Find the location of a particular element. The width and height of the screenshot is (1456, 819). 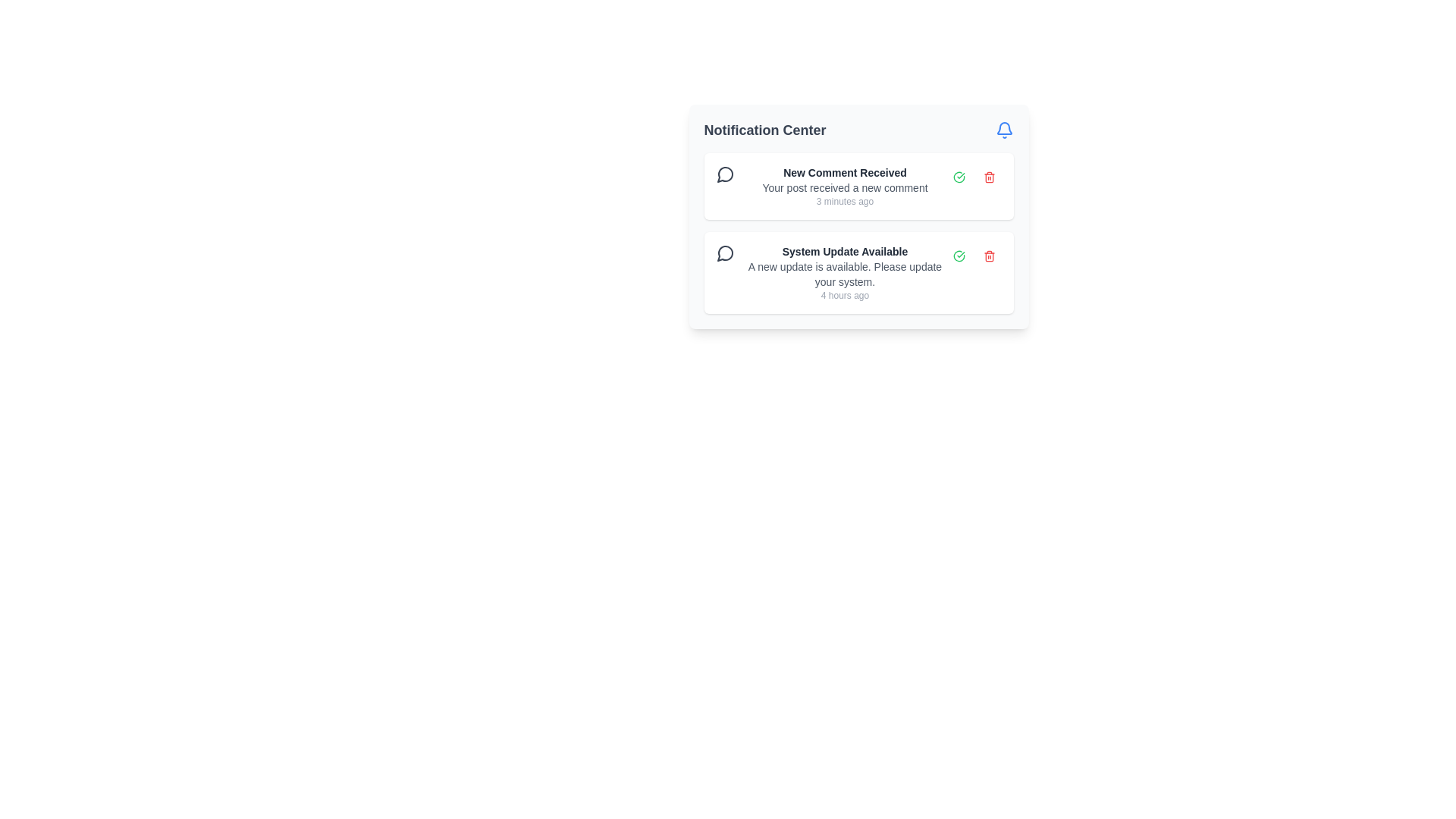

text displaying the elapsed time since the notification 'System Update Available' was generated, located at the bottom center of the notification card is located at coordinates (844, 295).